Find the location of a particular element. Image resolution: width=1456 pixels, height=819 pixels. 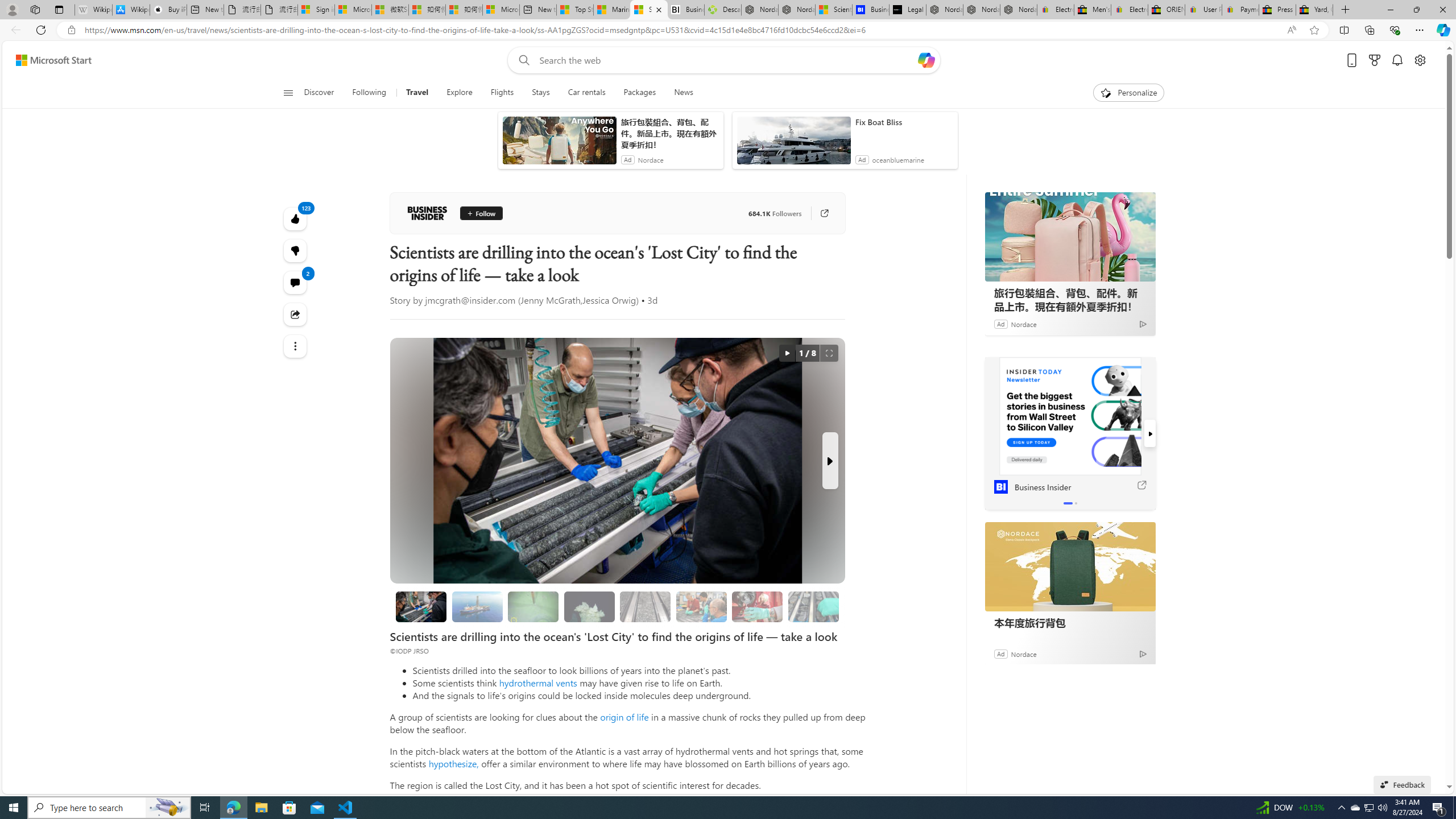

'hydrothermal vents' is located at coordinates (537, 682).